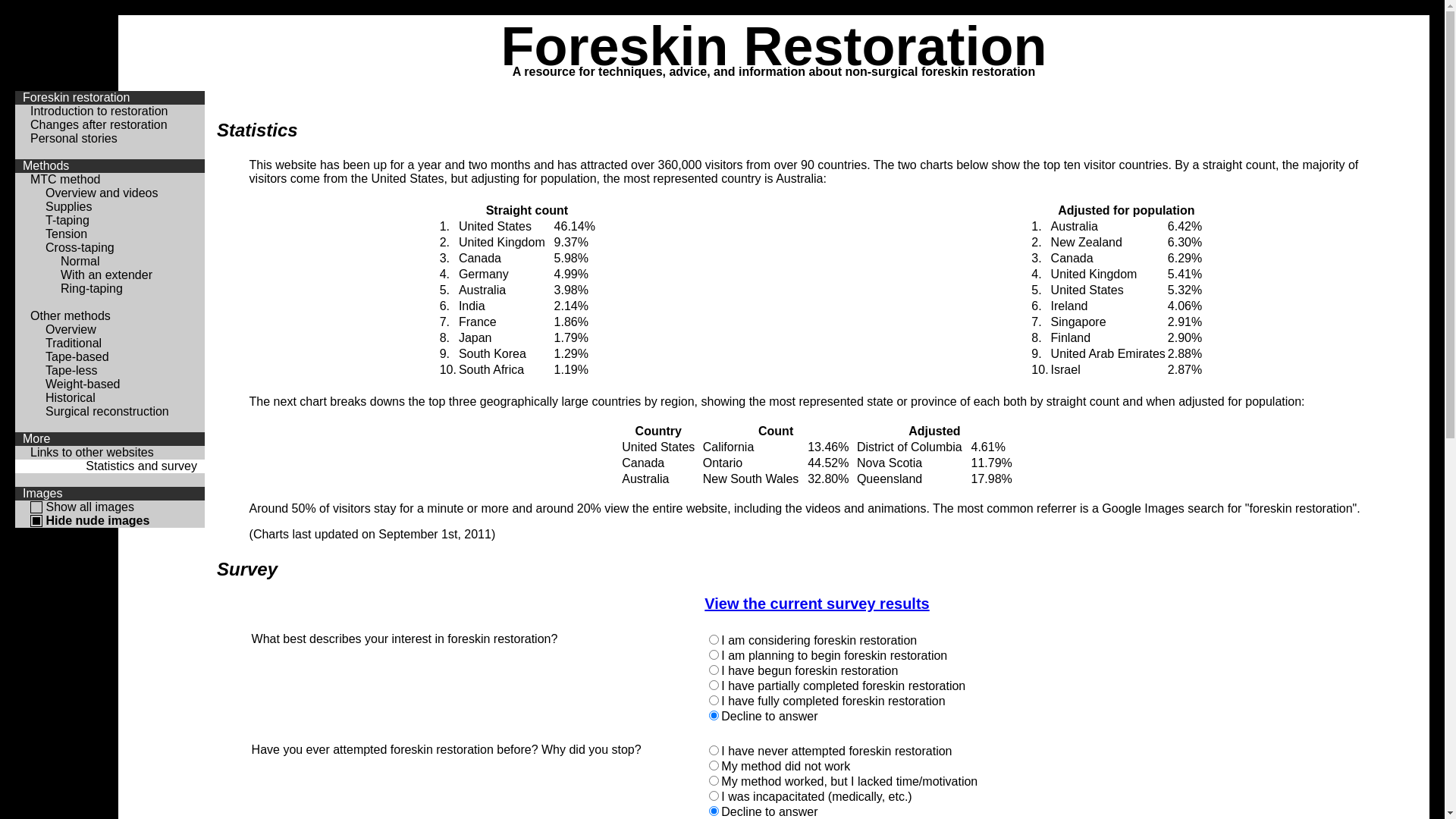  I want to click on 'Weight-based', so click(82, 383).